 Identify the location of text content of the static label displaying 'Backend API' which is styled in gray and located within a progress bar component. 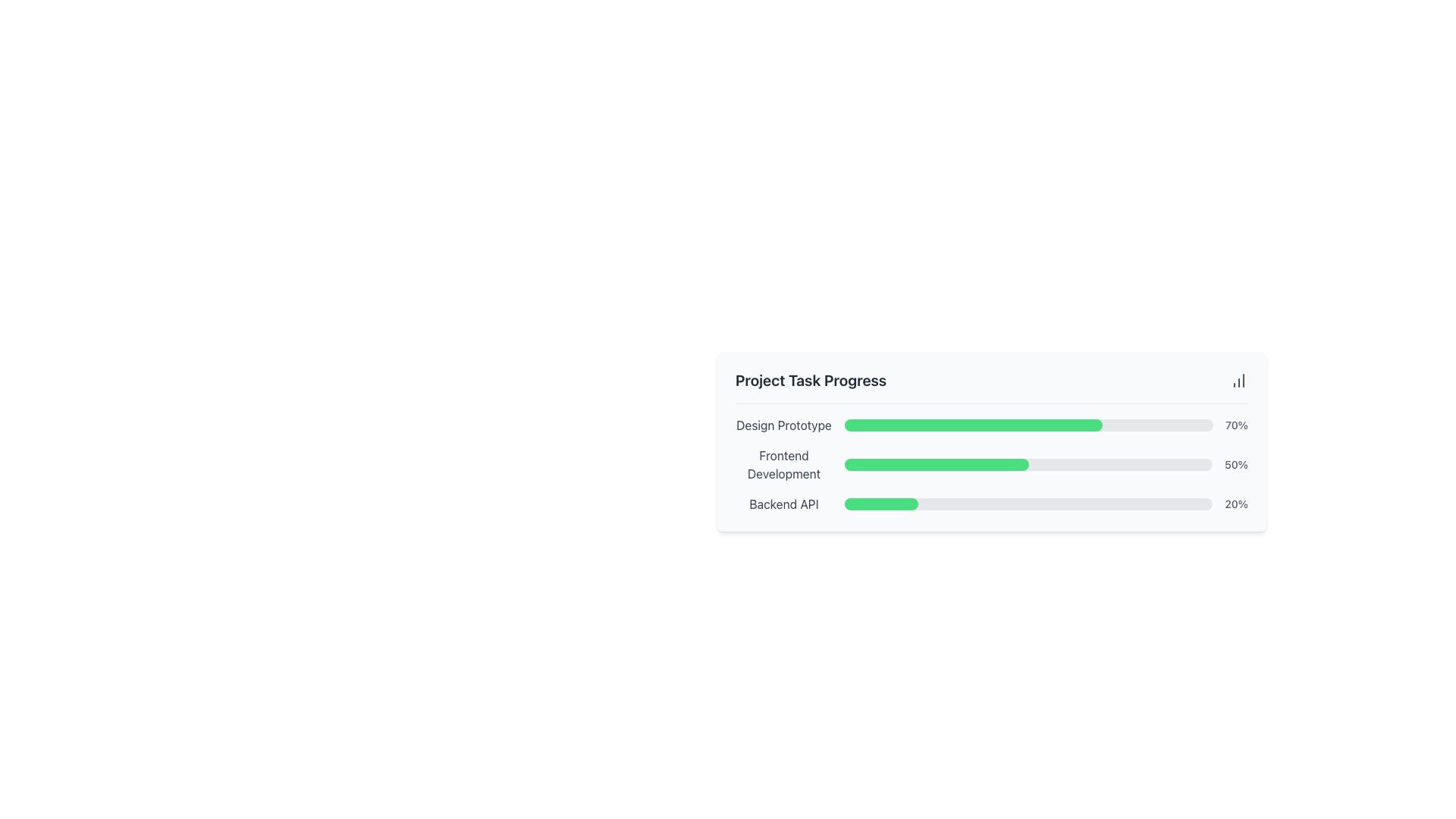
(783, 504).